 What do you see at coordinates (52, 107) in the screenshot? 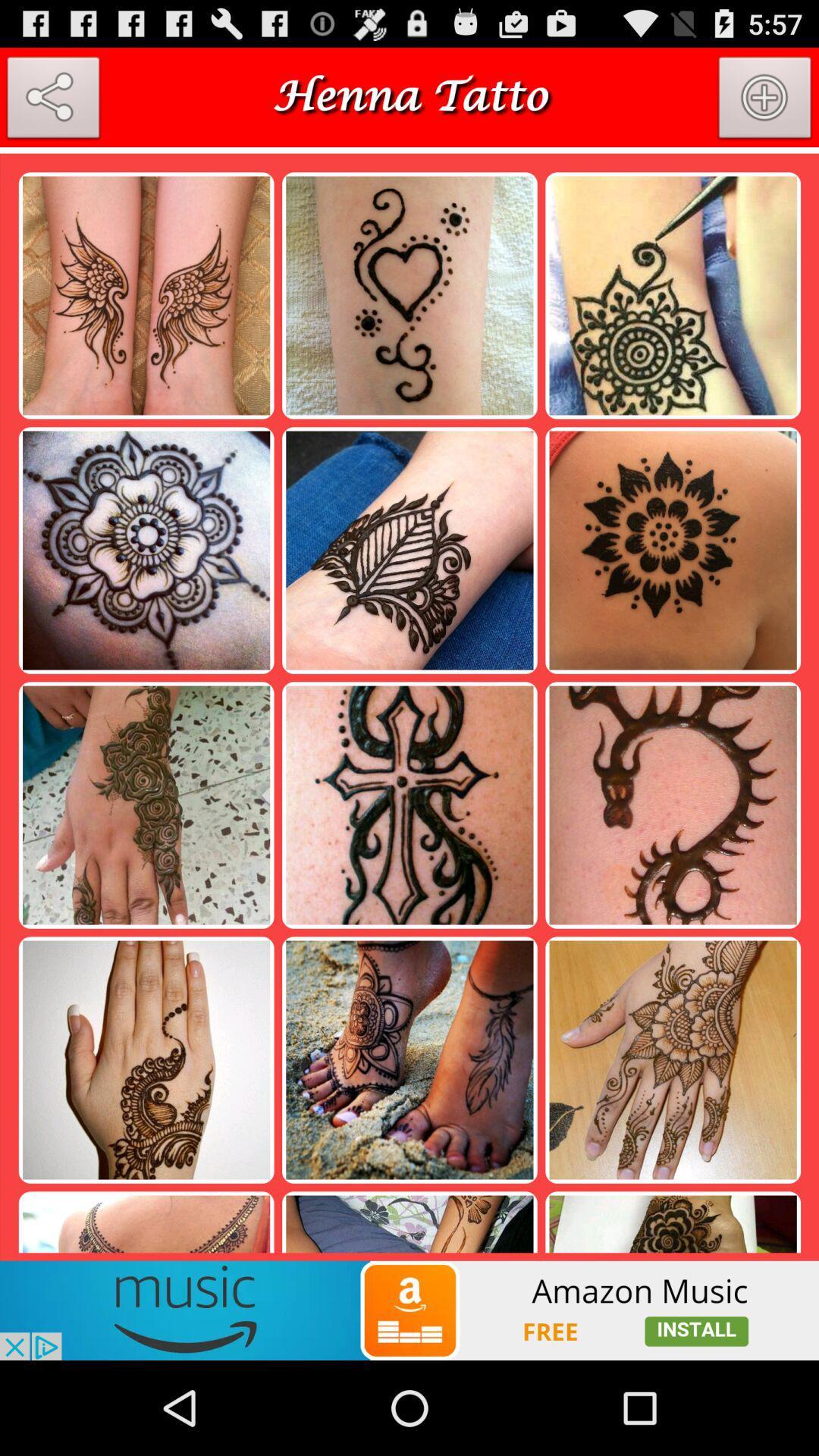
I see `the share icon` at bounding box center [52, 107].